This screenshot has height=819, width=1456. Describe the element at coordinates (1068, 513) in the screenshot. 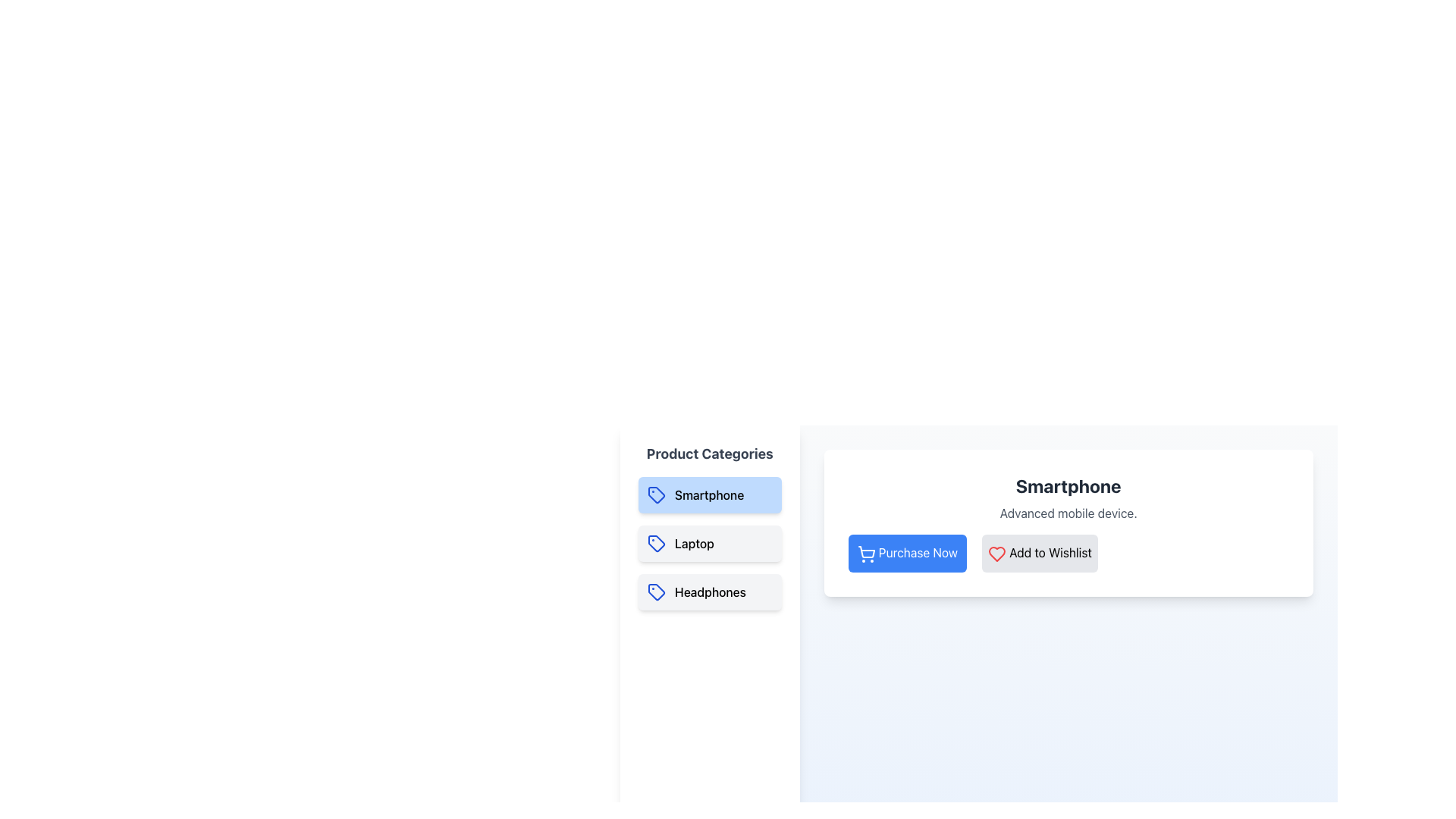

I see `the text label displaying 'Advanced mobile device.' which is located below the title 'Smartphone' and above the buttons 'Purchase Now' and 'Add to Wishlist'` at that location.